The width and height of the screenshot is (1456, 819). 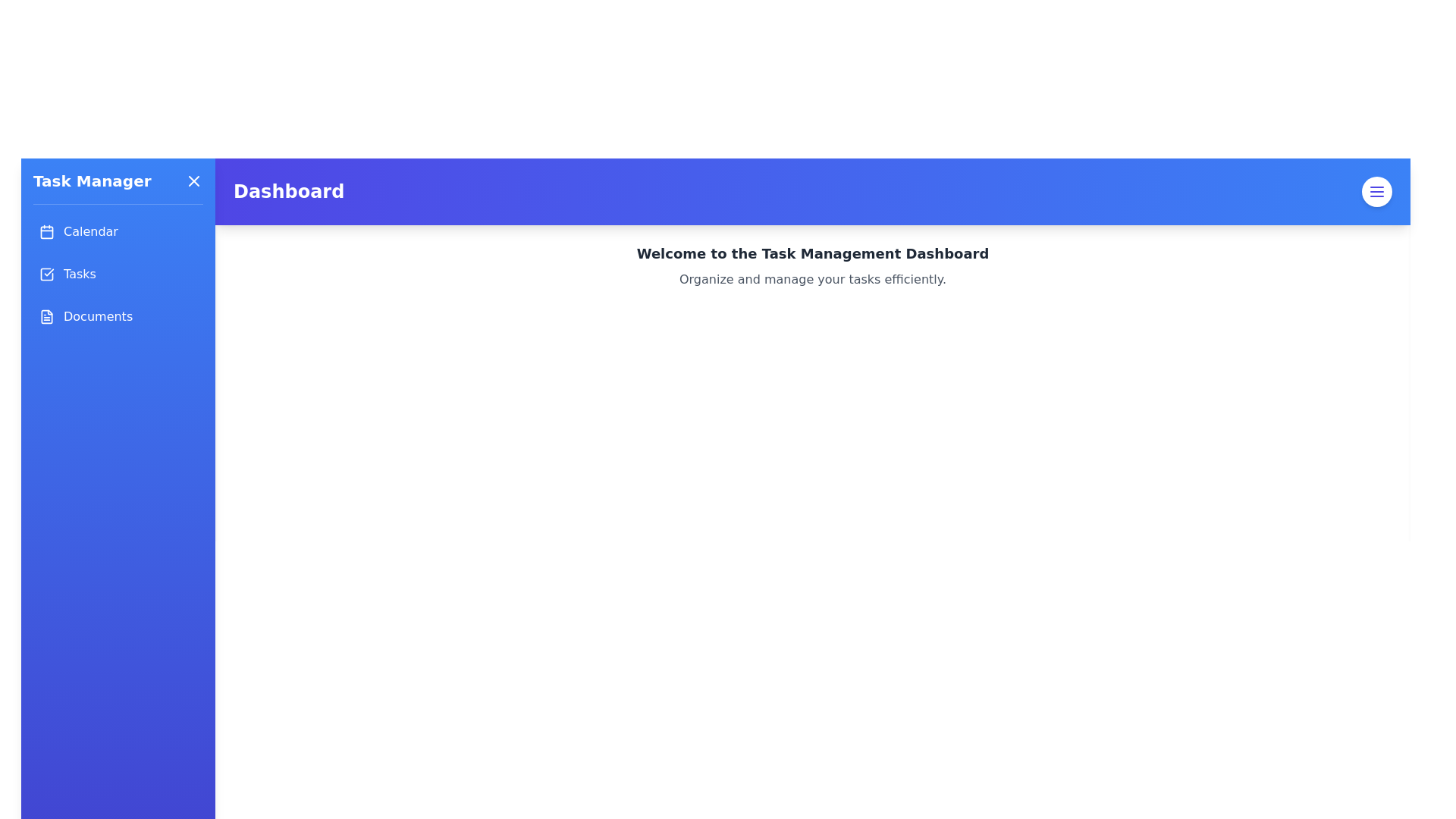 I want to click on the button with an 'X' icon, styled as a vector graphic in white on a blue circular background, located in the top-right corner of the 'Task Manager' header section, so click(x=193, y=180).